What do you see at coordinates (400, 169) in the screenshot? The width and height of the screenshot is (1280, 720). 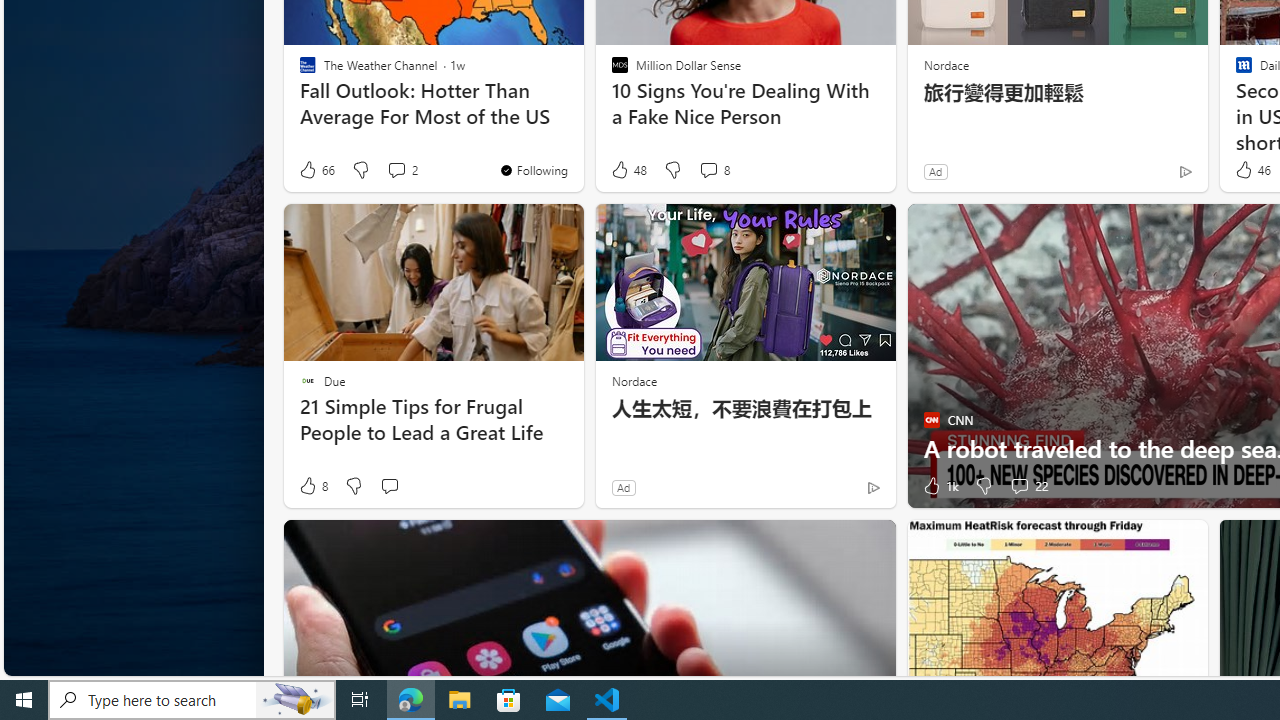 I see `'View comments 2 Comment'` at bounding box center [400, 169].